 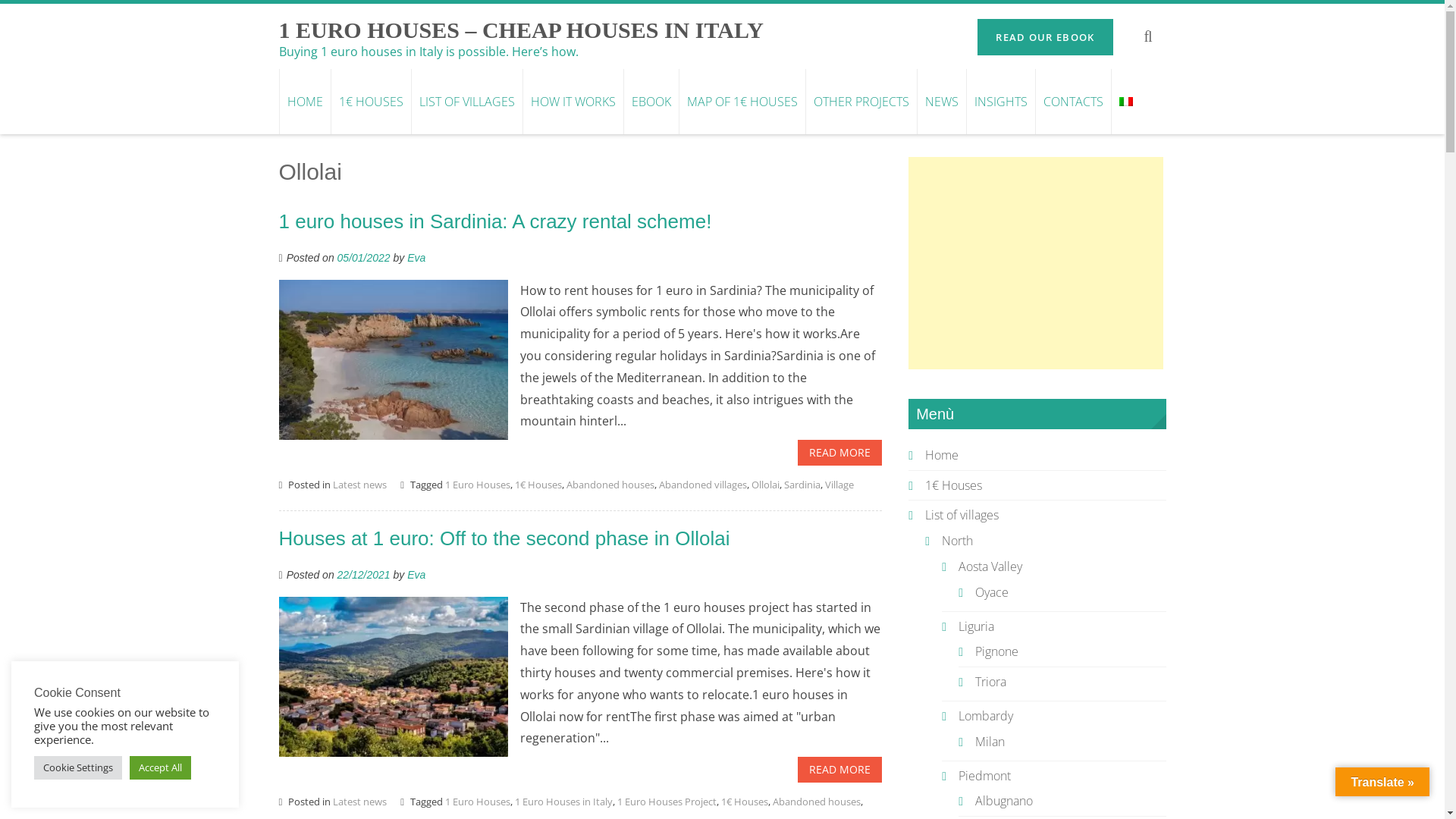 I want to click on 'HOME', so click(x=279, y=102).